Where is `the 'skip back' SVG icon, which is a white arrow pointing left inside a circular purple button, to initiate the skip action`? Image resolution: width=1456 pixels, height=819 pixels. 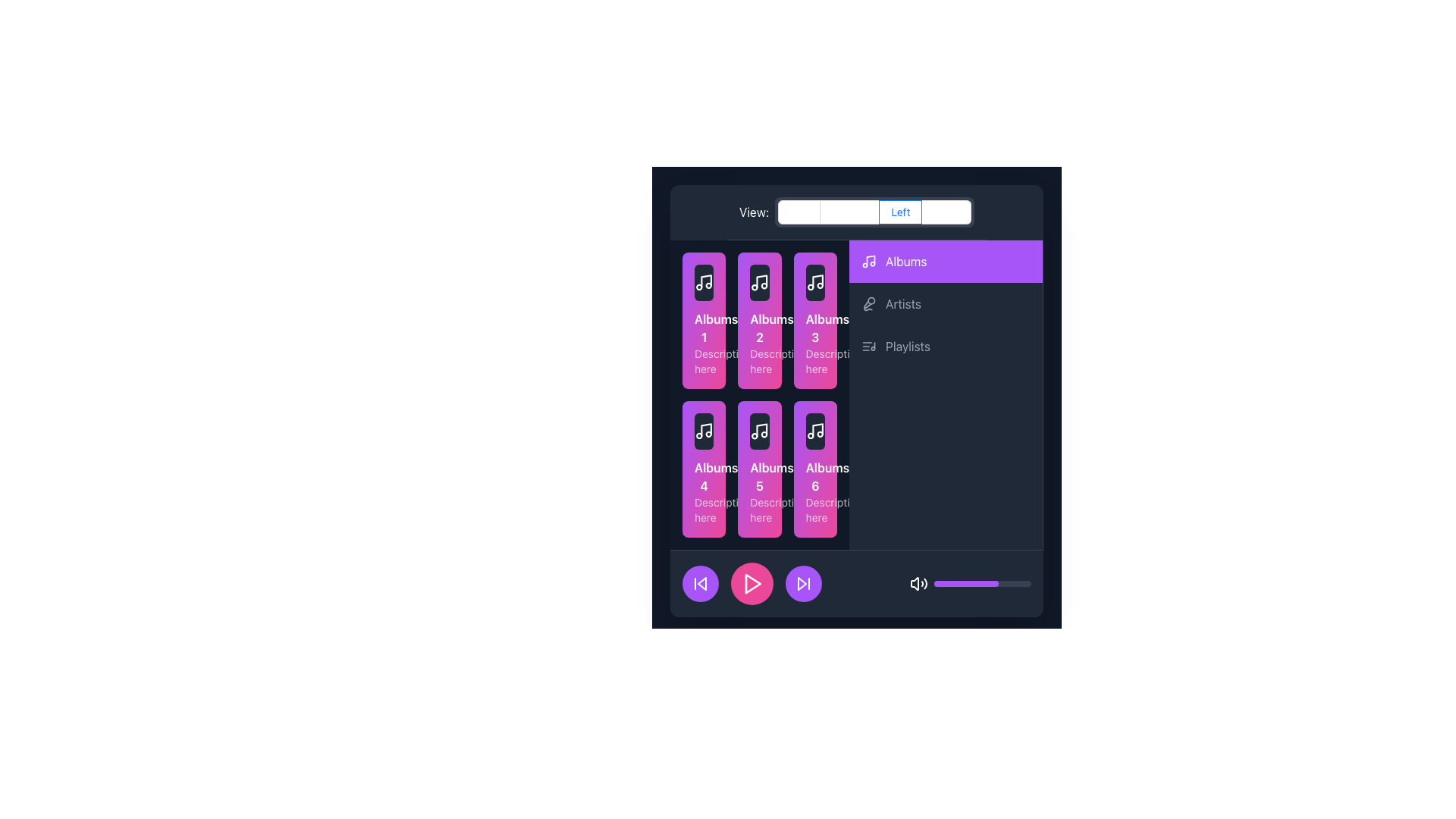 the 'skip back' SVG icon, which is a white arrow pointing left inside a circular purple button, to initiate the skip action is located at coordinates (700, 583).